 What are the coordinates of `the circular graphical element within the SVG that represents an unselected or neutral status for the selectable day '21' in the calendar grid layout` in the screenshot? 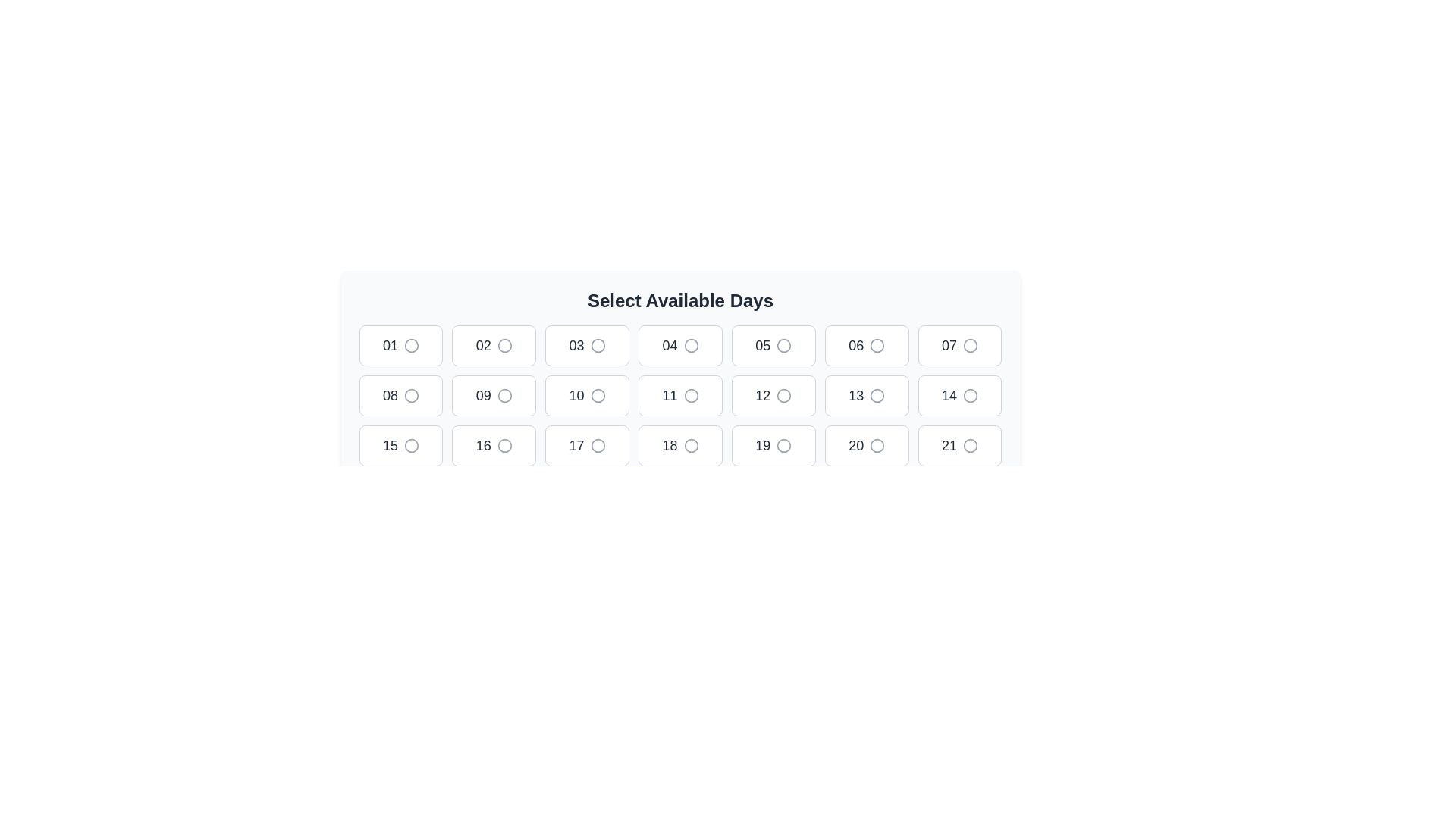 It's located at (971, 444).